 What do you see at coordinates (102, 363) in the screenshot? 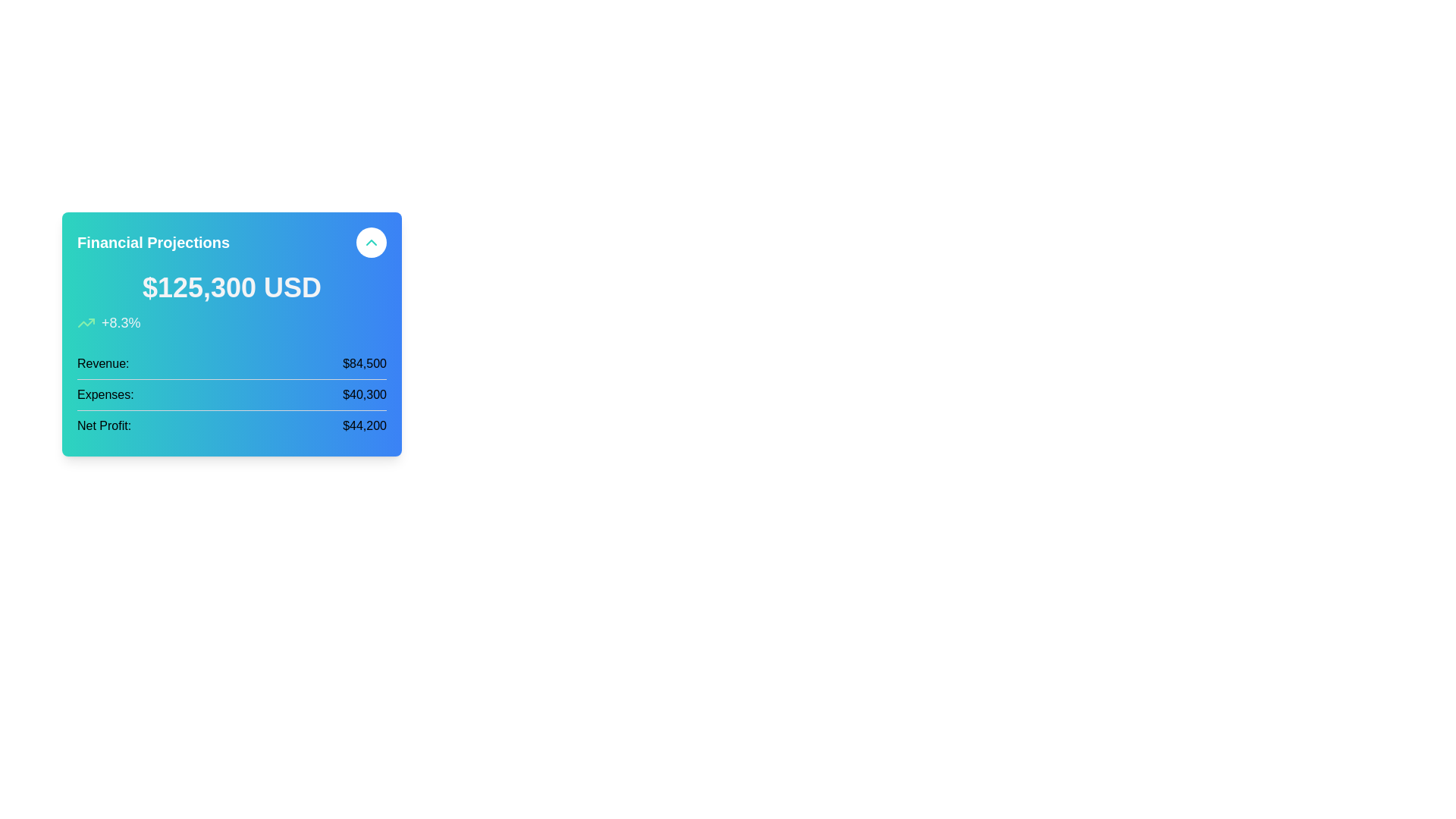
I see `the text label displaying 'Revenue:' in the financial projection card, which has black text on a gradient background of teal to blue` at bounding box center [102, 363].